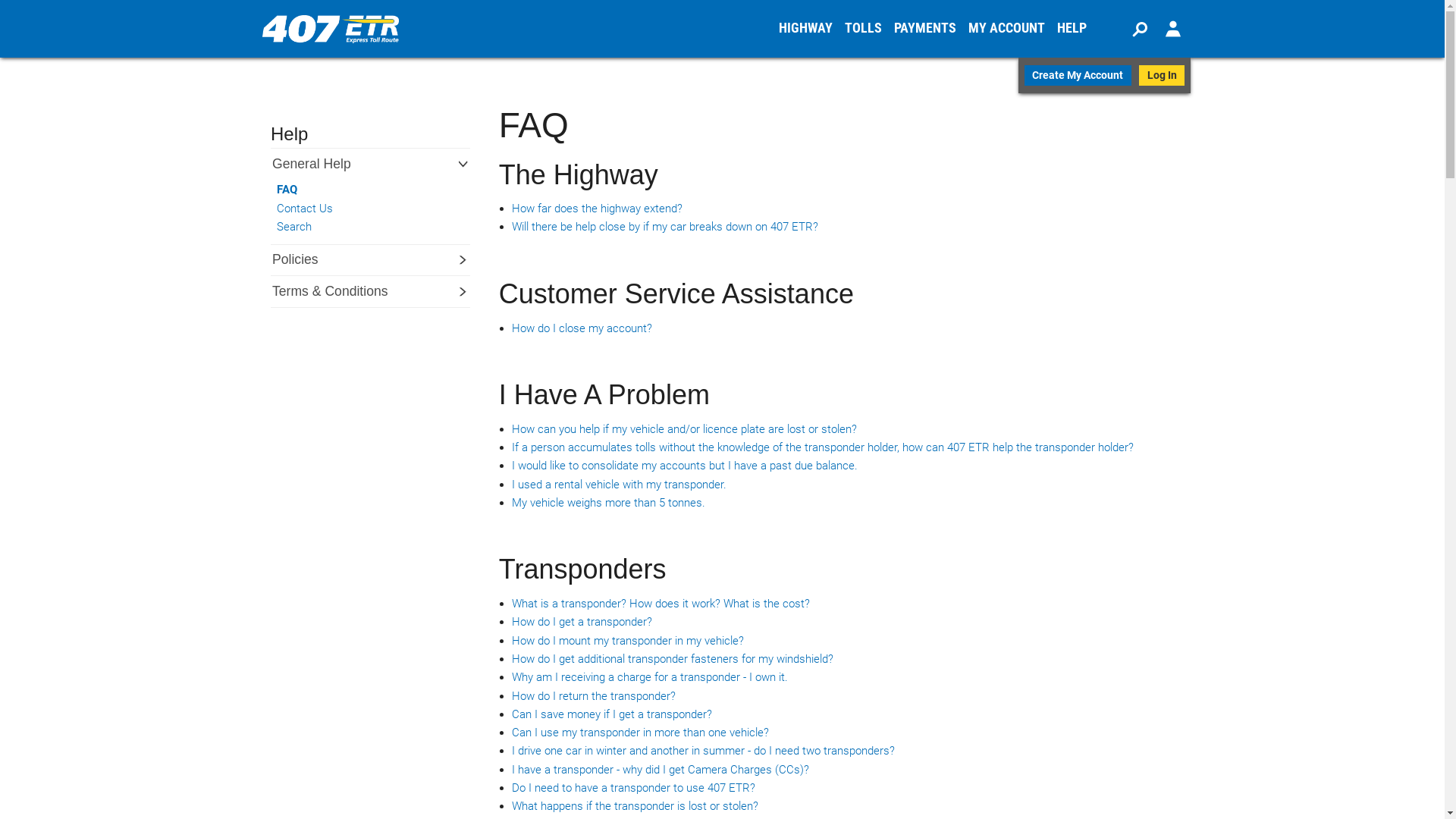 The width and height of the screenshot is (1456, 819). Describe the element at coordinates (1071, 29) in the screenshot. I see `'HELP'` at that location.